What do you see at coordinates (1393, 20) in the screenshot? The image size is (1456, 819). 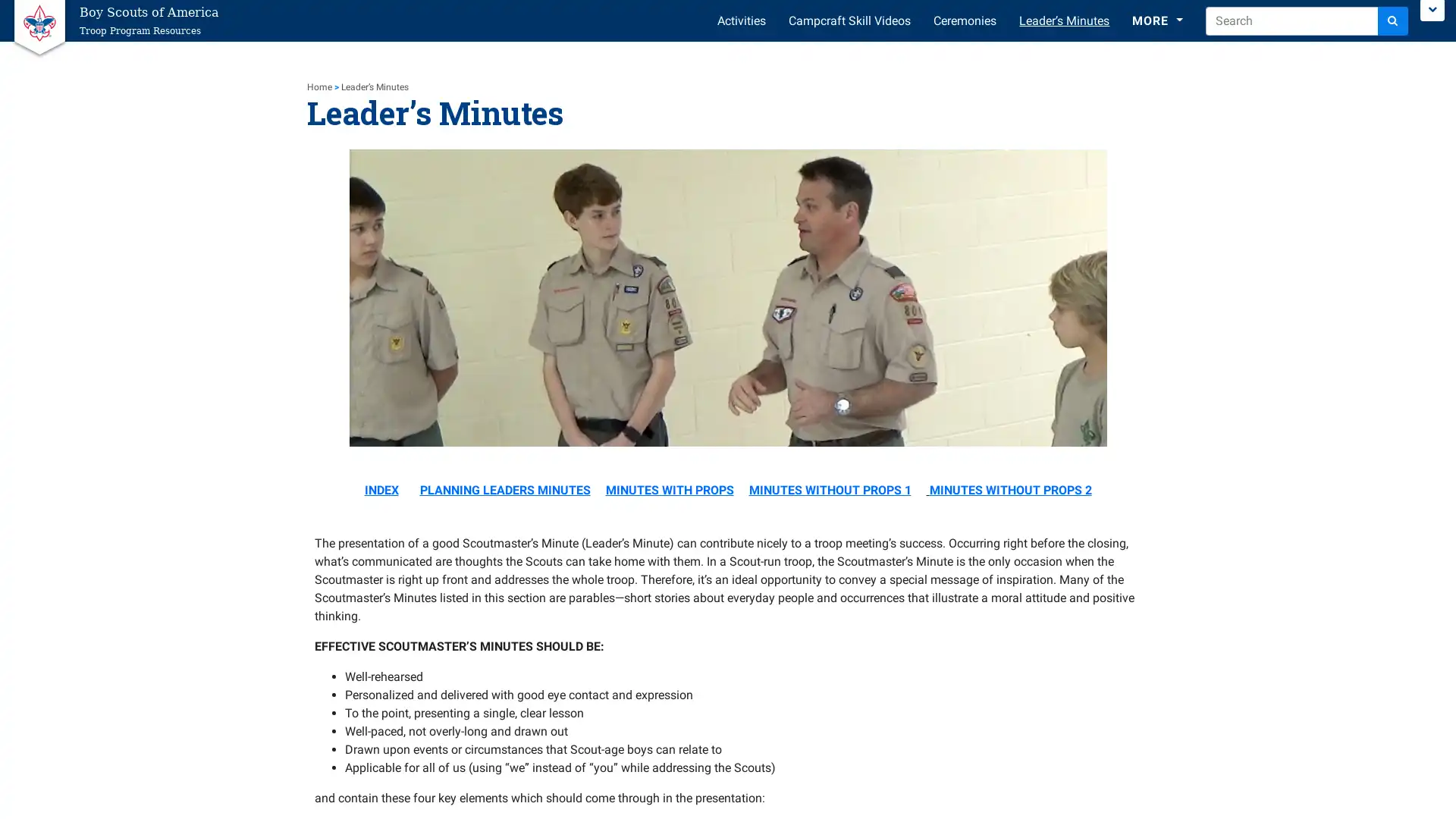 I see `Search` at bounding box center [1393, 20].